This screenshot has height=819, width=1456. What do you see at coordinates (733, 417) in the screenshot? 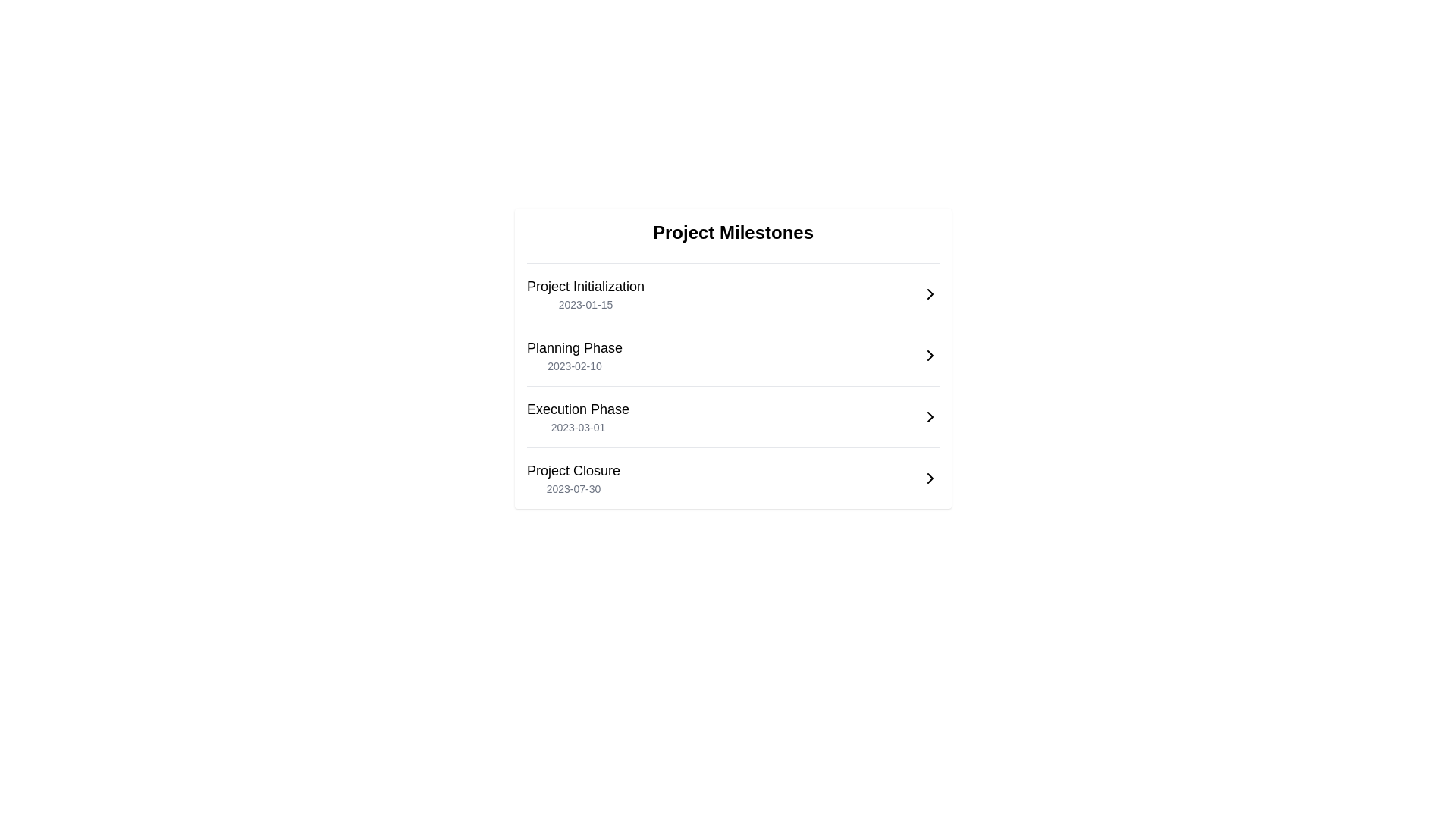
I see `the clickable list item labeled 'Execution Phase' with the associated date '2023-03-01'` at bounding box center [733, 417].